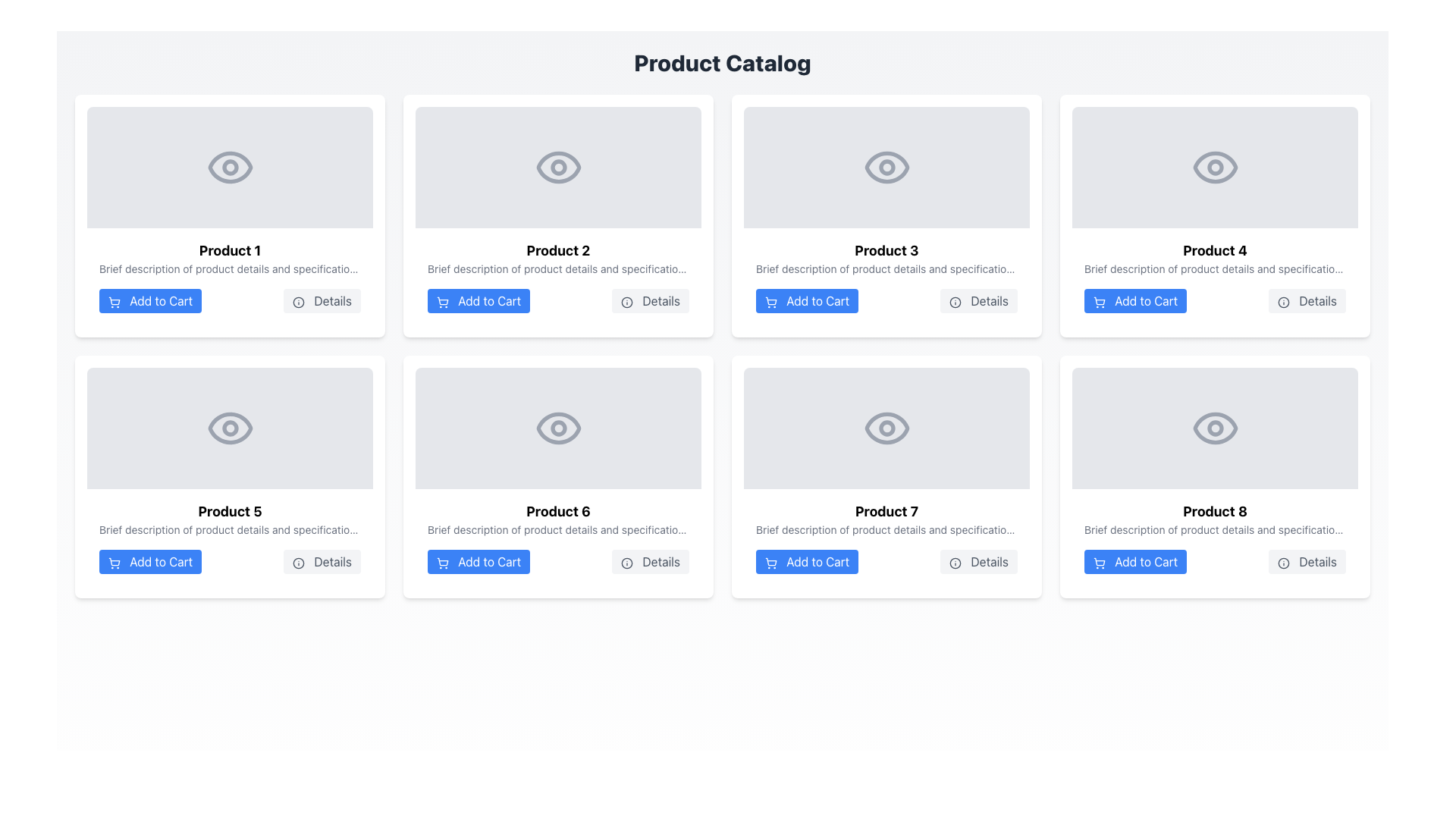 The width and height of the screenshot is (1456, 819). Describe the element at coordinates (478, 301) in the screenshot. I see `the 'Add to Cart' button, which is white text on a blue background with rounded corners, to change its color to a darker blue` at that location.